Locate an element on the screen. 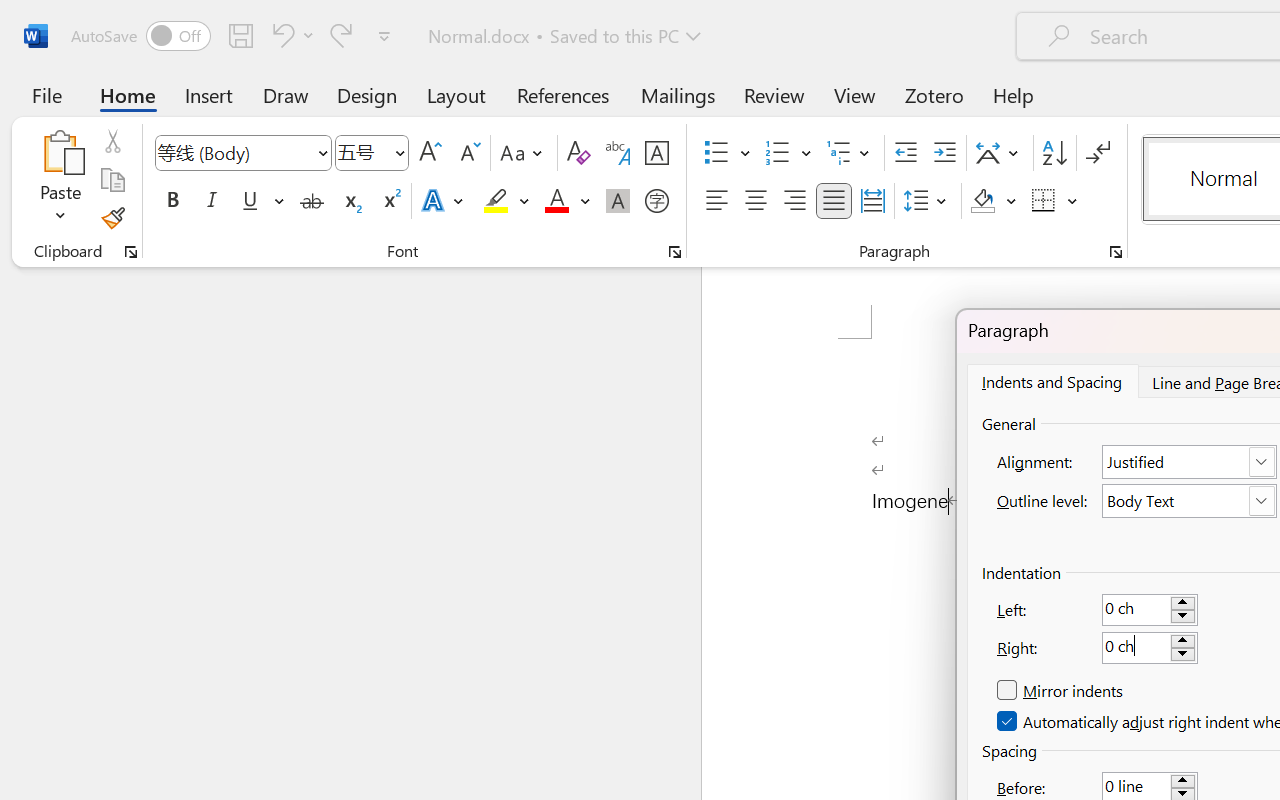  'Format Painter' is located at coordinates (111, 218).